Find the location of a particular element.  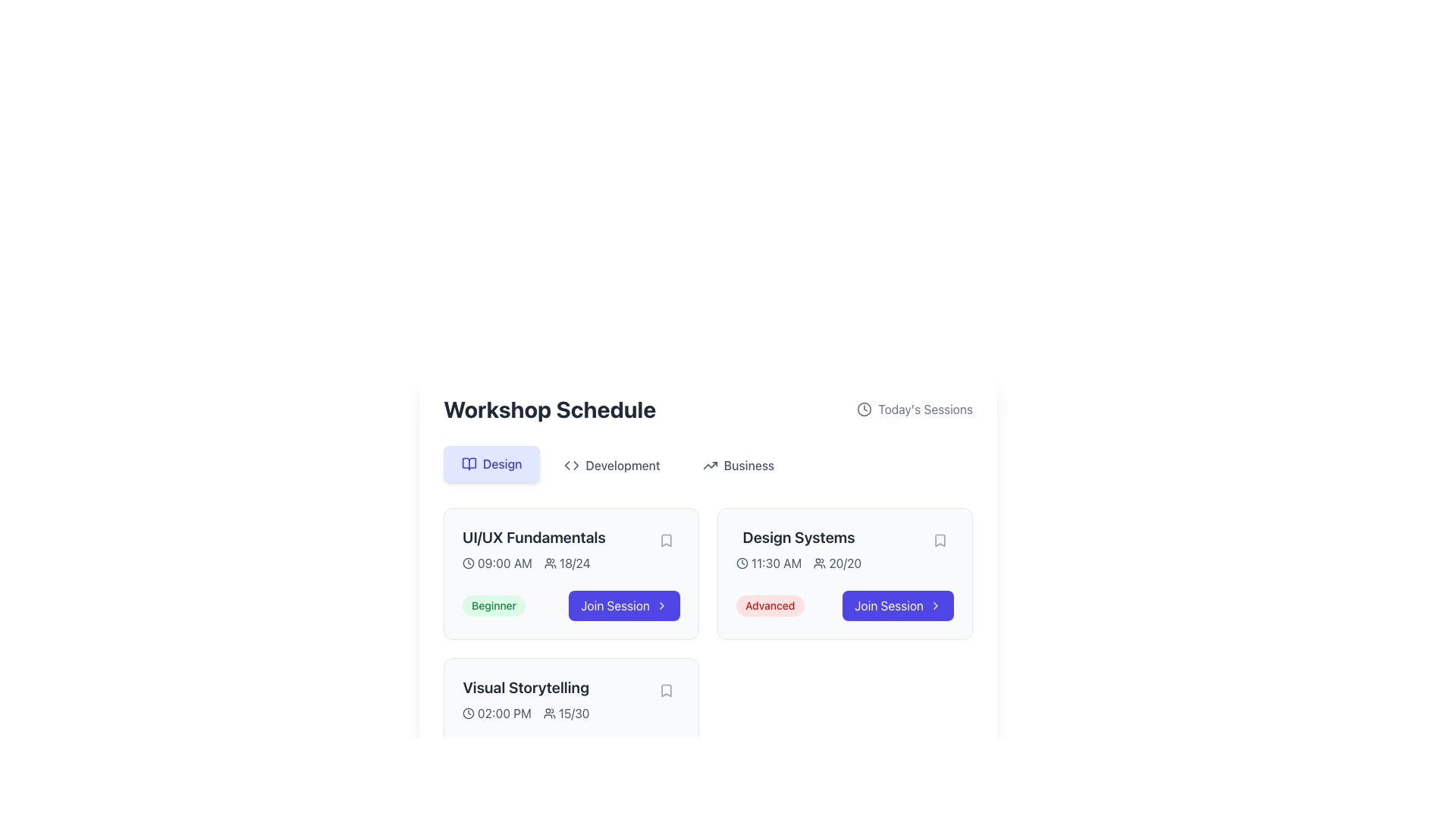

the small bookmark icon with a gray outline located at the top-right corner of the 'UI/UX Fundamentals' workshop card is located at coordinates (666, 540).